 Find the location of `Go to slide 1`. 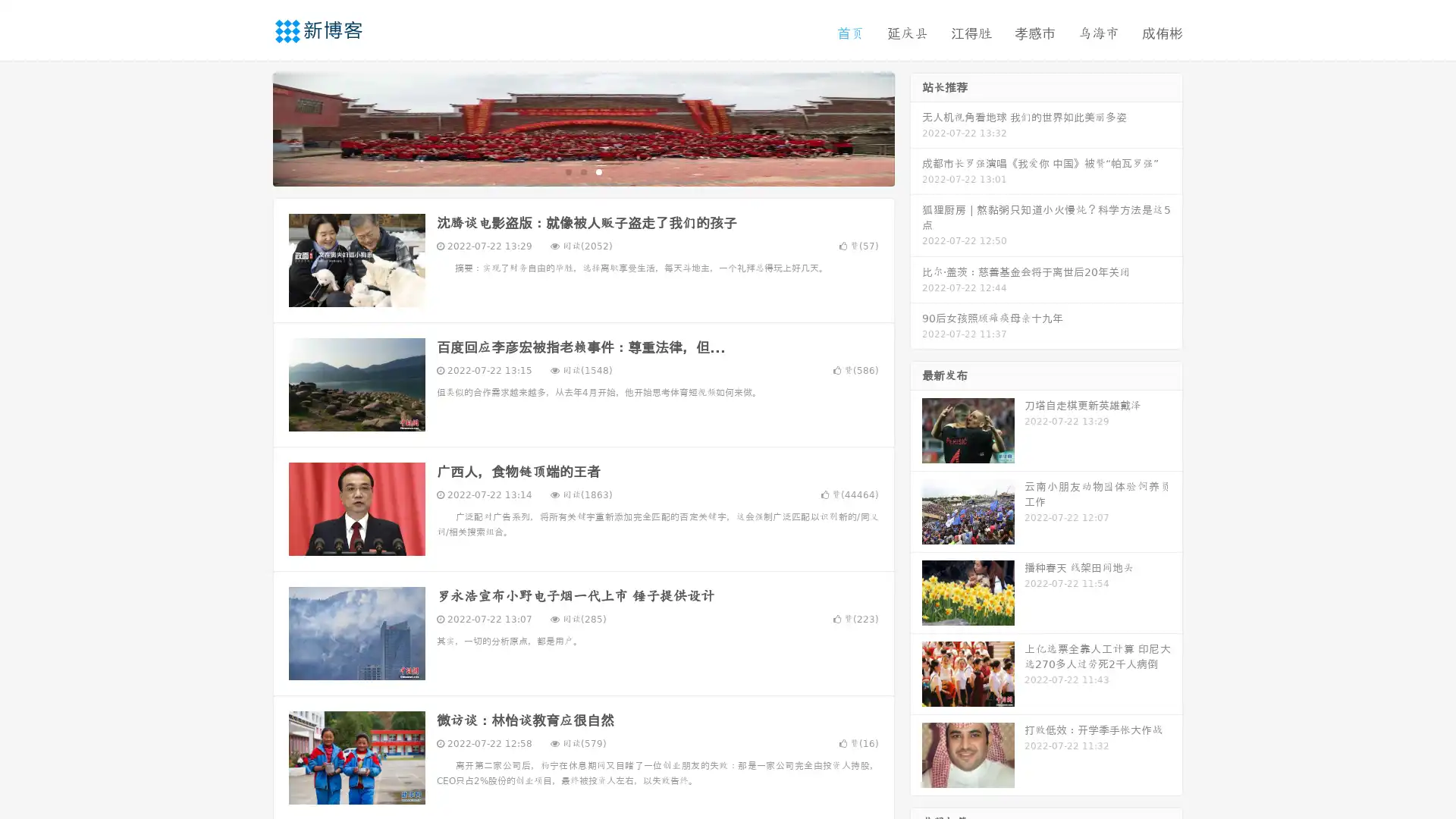

Go to slide 1 is located at coordinates (567, 171).